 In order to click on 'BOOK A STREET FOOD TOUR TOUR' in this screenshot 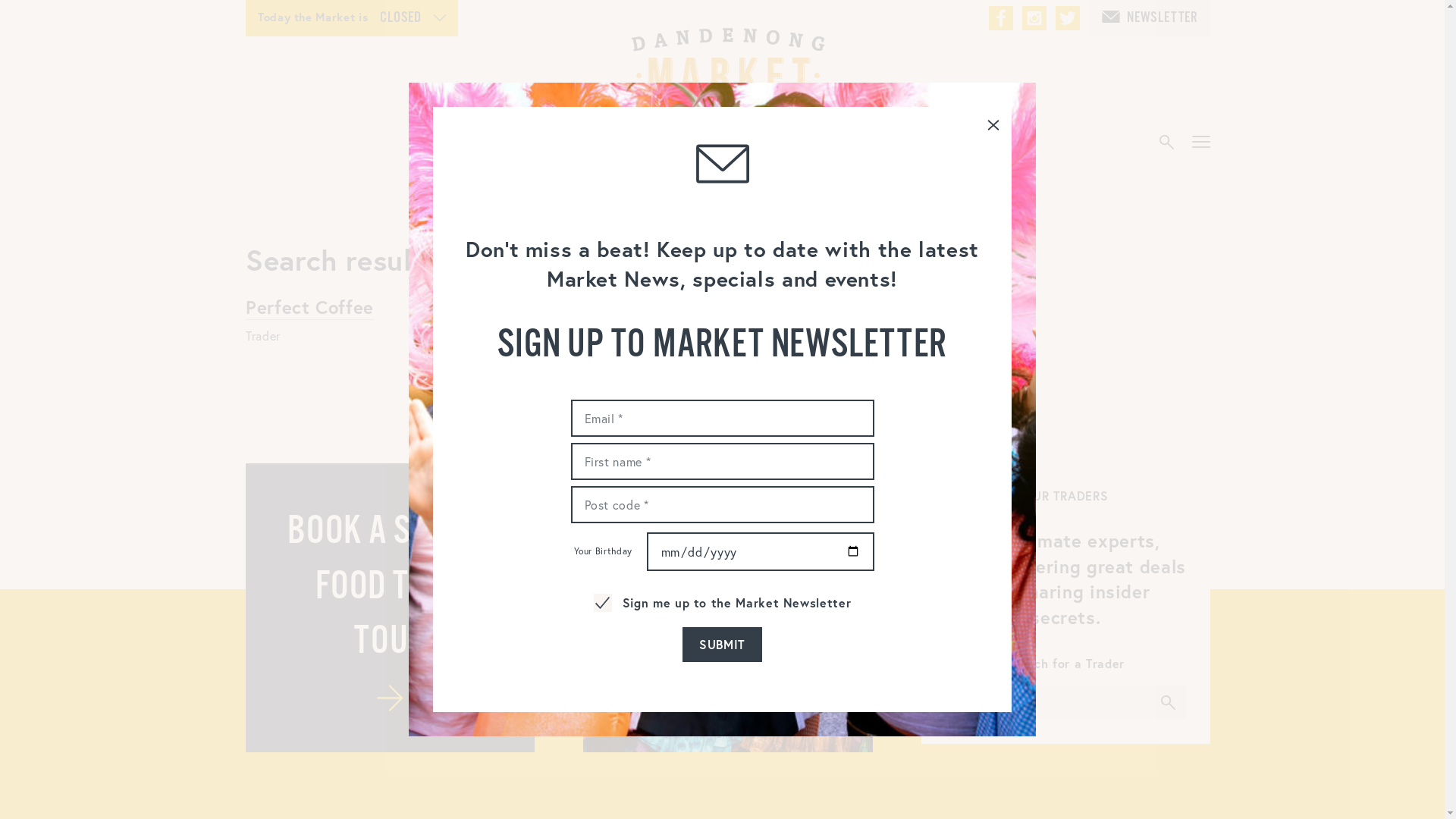, I will do `click(390, 607)`.